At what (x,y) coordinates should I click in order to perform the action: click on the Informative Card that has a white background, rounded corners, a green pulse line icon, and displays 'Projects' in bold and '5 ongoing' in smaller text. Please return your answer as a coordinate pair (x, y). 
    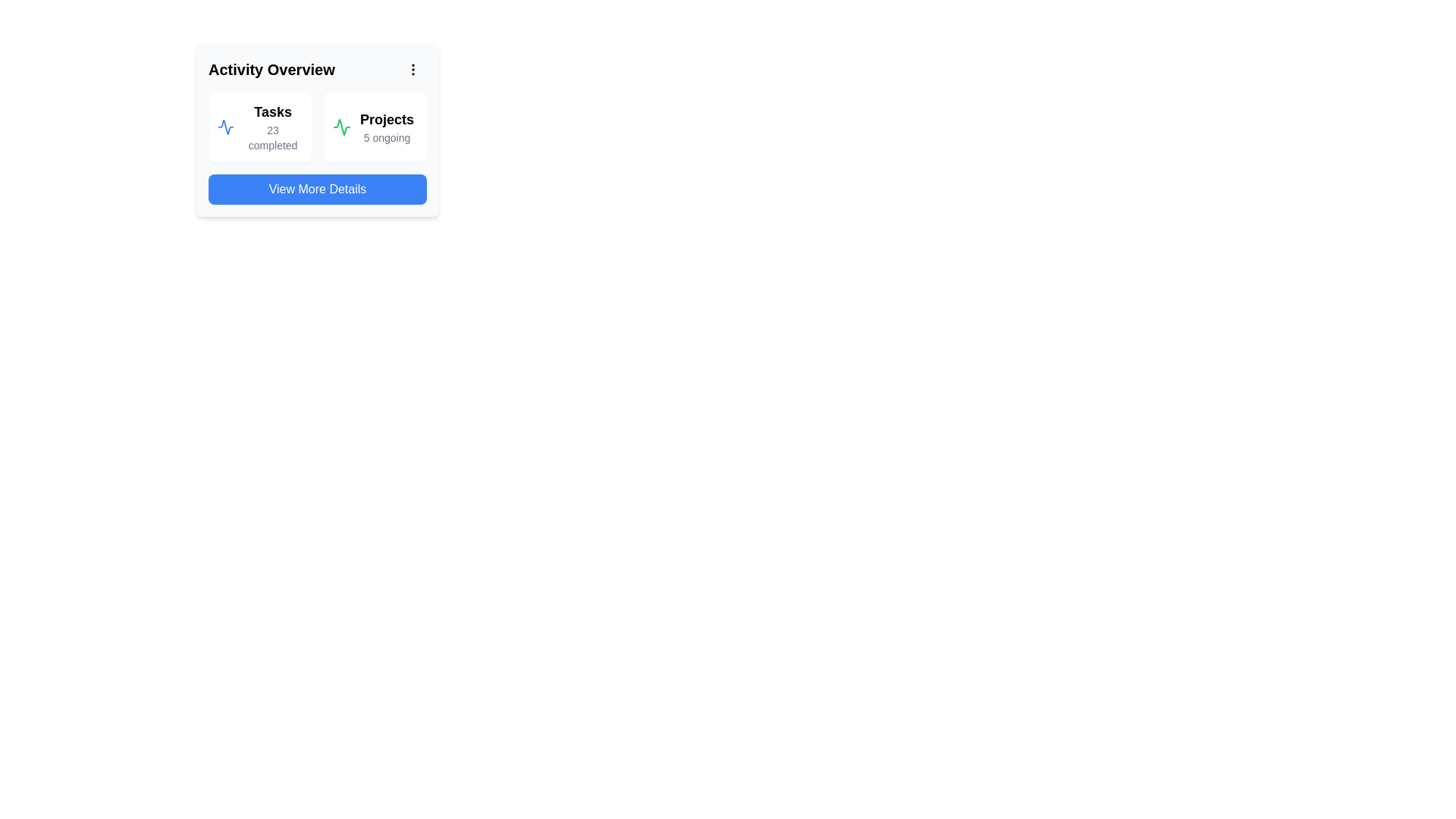
    Looking at the image, I should click on (375, 127).